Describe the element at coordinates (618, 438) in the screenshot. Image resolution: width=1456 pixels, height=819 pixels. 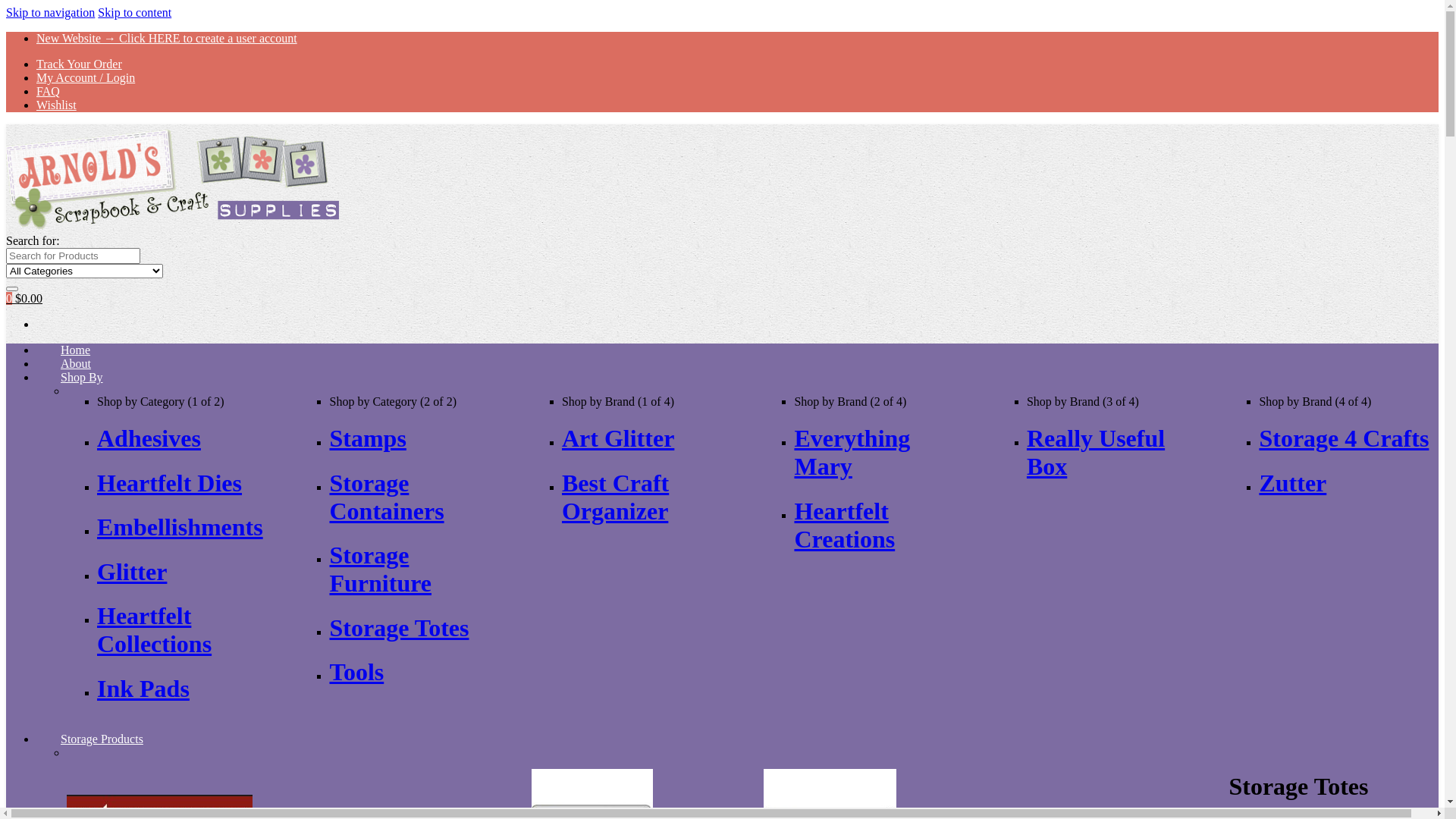
I see `'Art Glitter'` at that location.